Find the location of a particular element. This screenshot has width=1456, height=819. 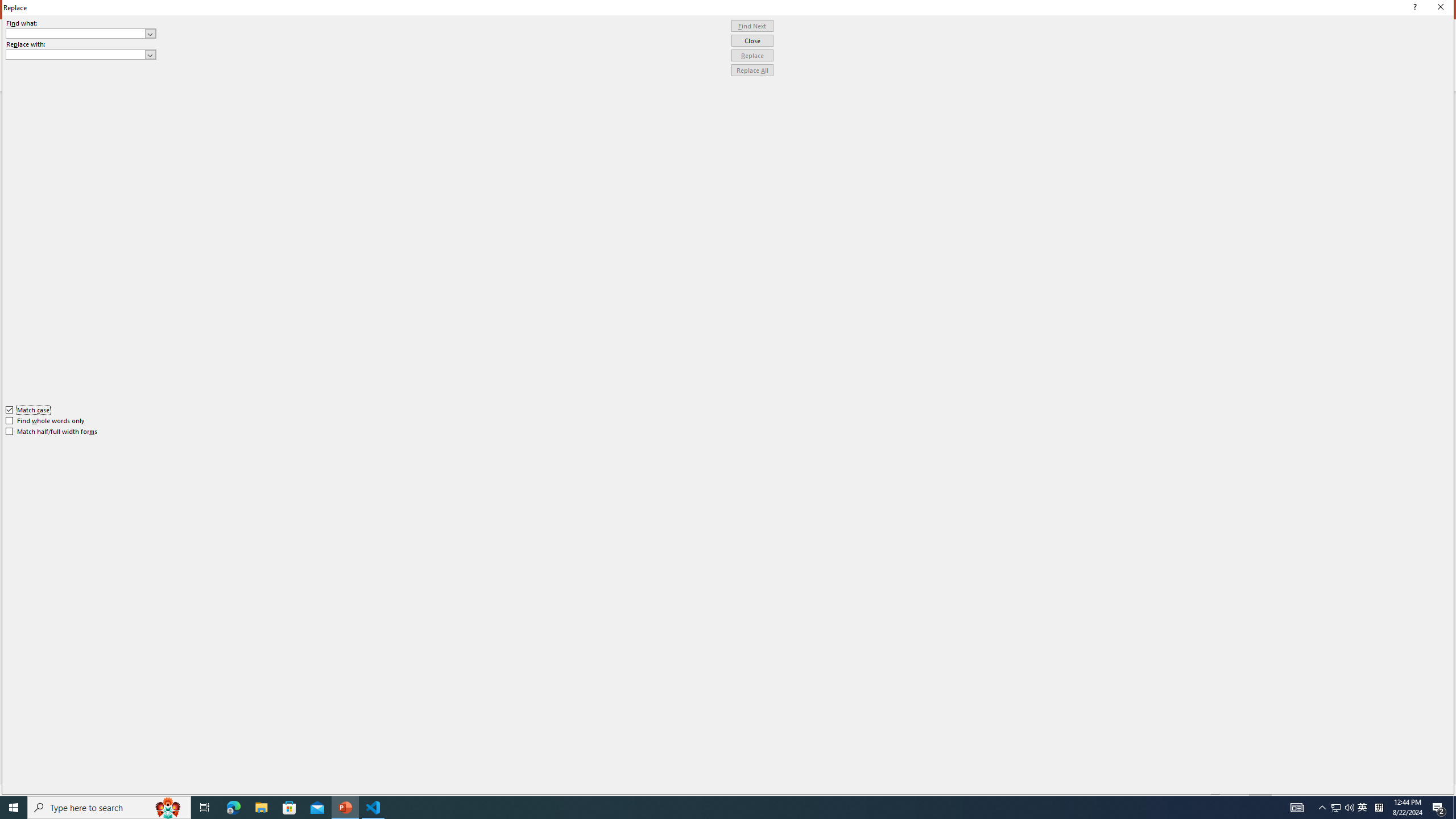

'Find what' is located at coordinates (76, 33).